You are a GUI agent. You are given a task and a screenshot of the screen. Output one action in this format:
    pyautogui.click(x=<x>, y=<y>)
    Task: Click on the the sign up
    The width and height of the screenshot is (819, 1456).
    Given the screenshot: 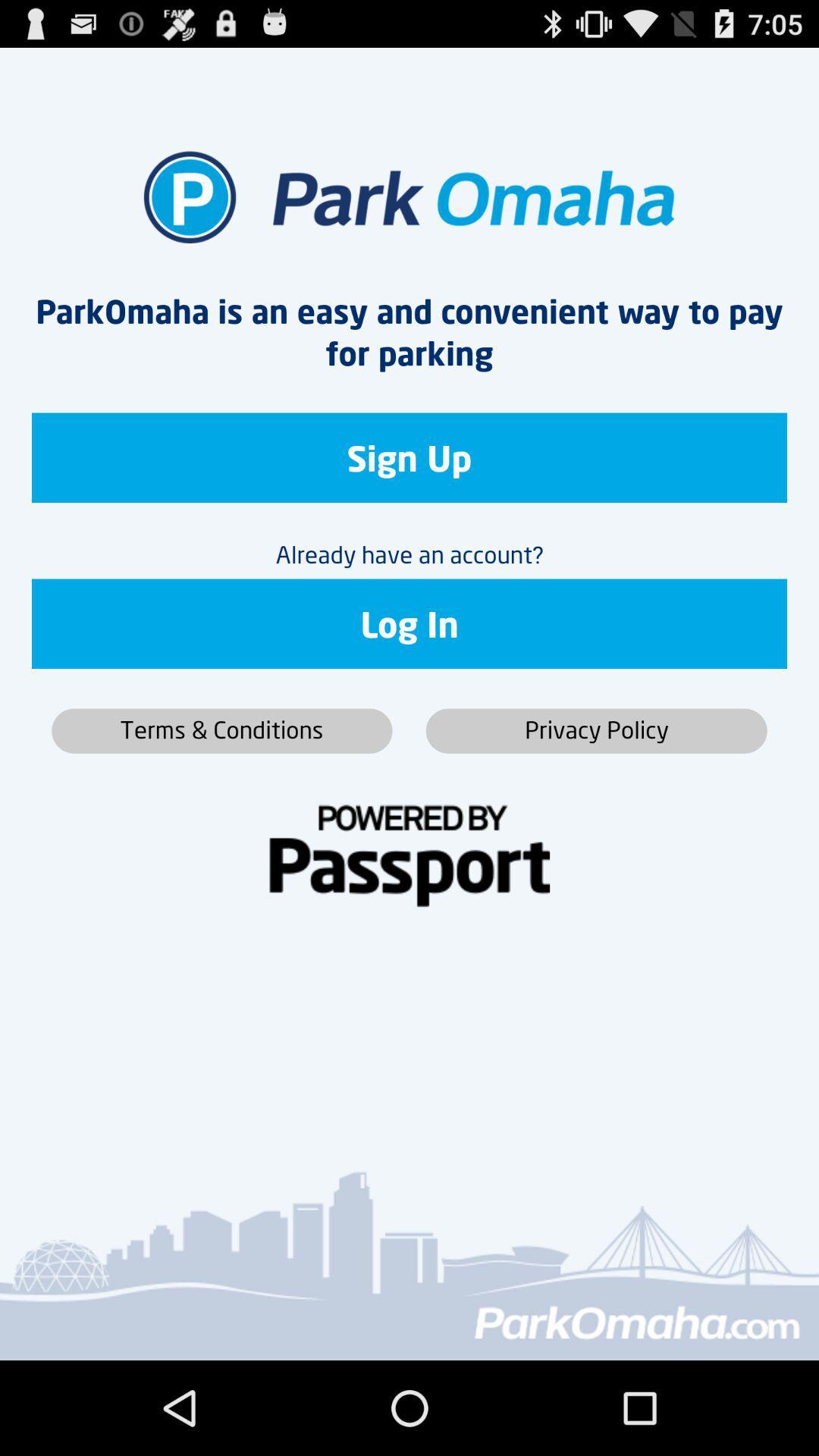 What is the action you would take?
    pyautogui.click(x=409, y=457)
    